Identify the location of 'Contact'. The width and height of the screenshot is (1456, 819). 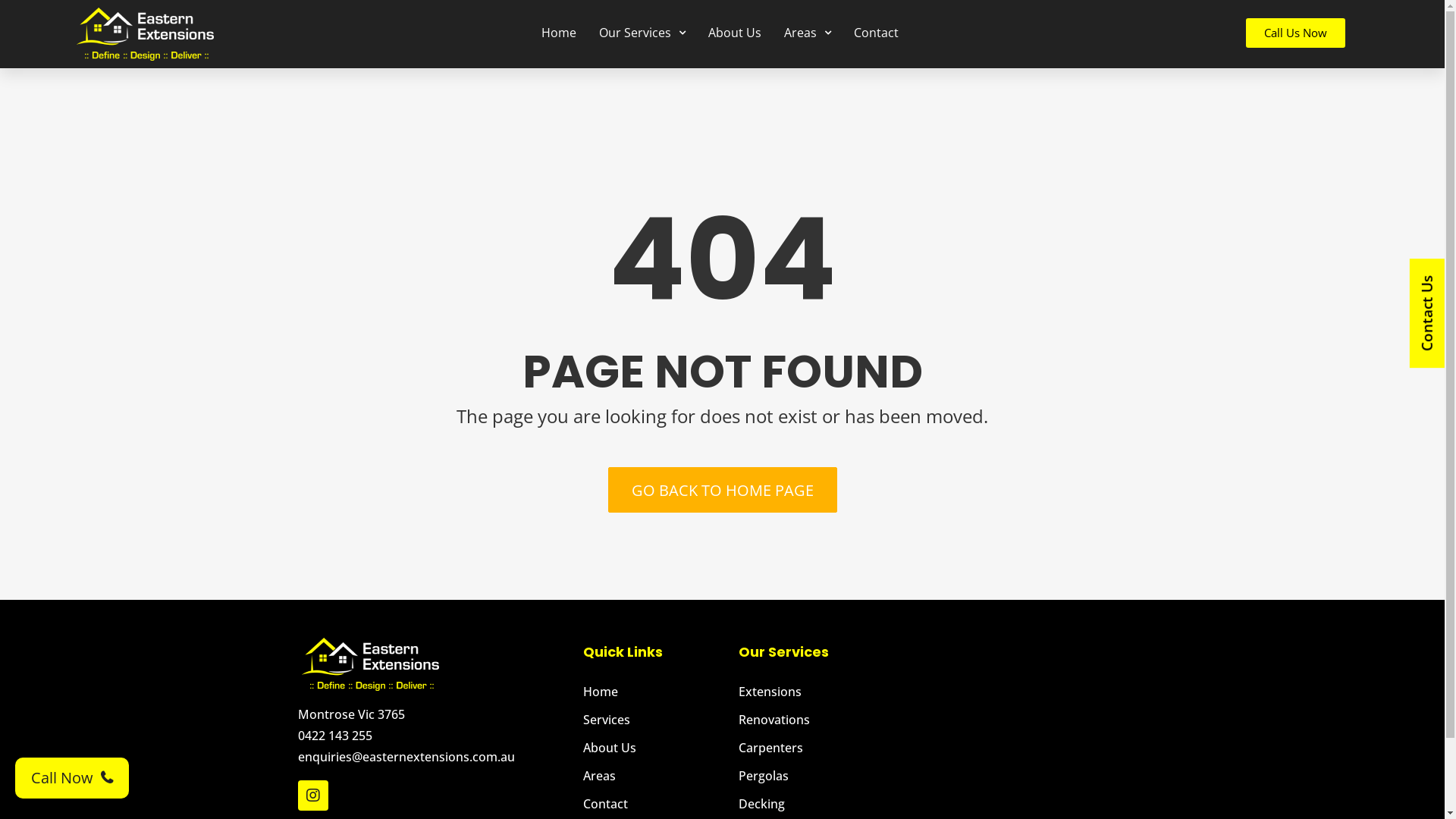
(582, 803).